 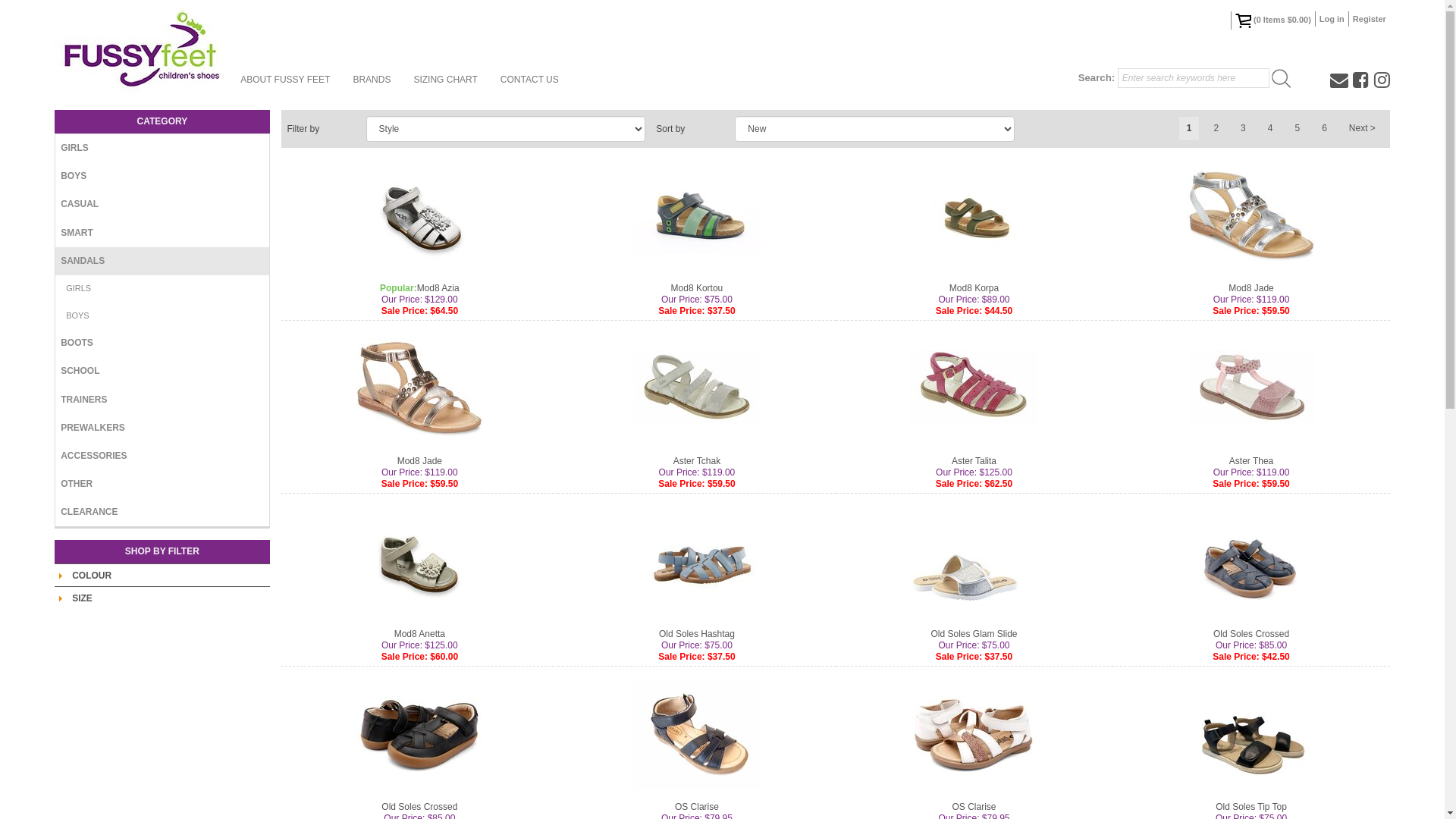 What do you see at coordinates (1251, 634) in the screenshot?
I see `'Old Soles Crossed'` at bounding box center [1251, 634].